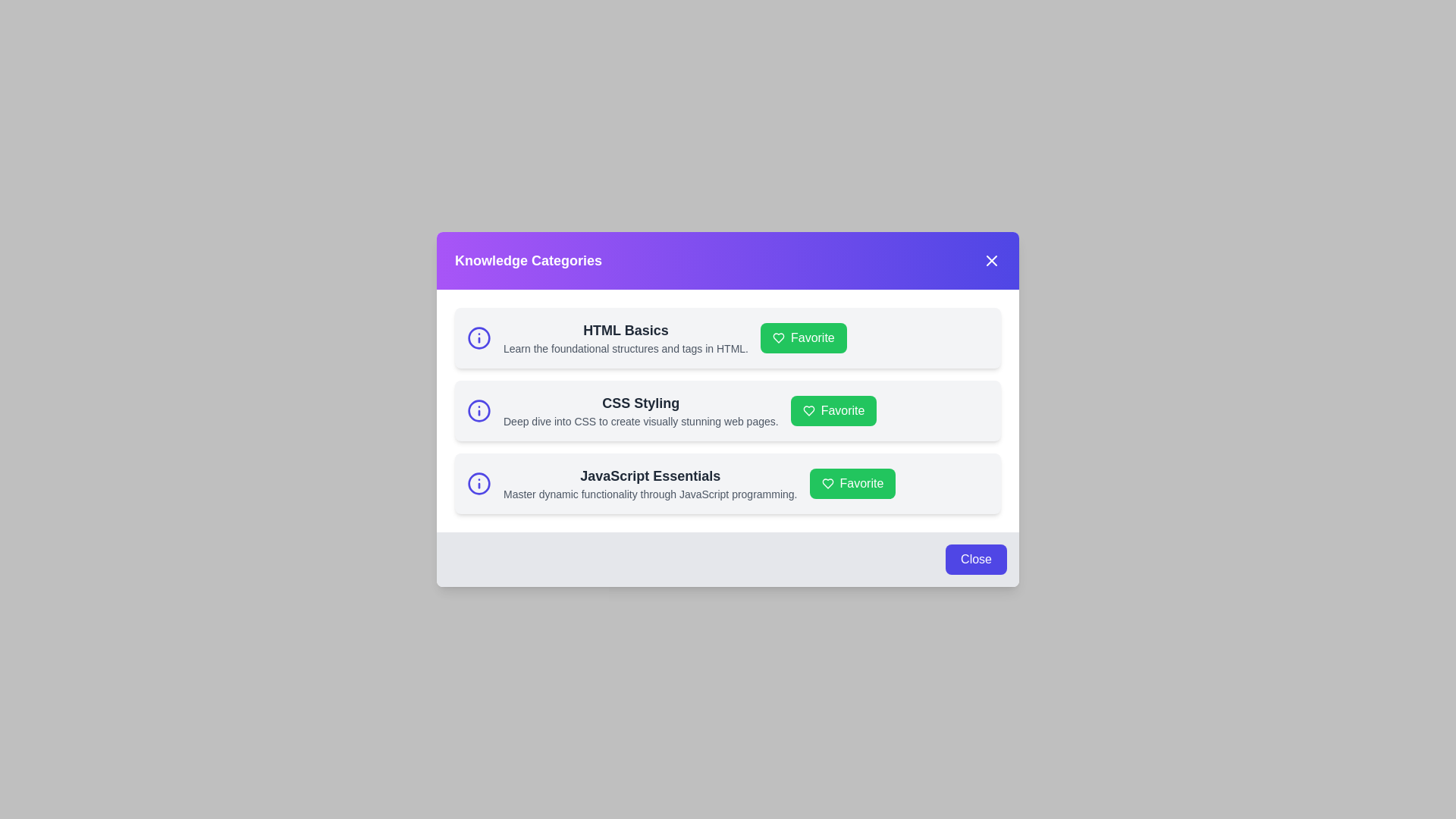  What do you see at coordinates (976, 559) in the screenshot?
I see `the 'Close' button located at the bottom-right corner of the modal dialog` at bounding box center [976, 559].